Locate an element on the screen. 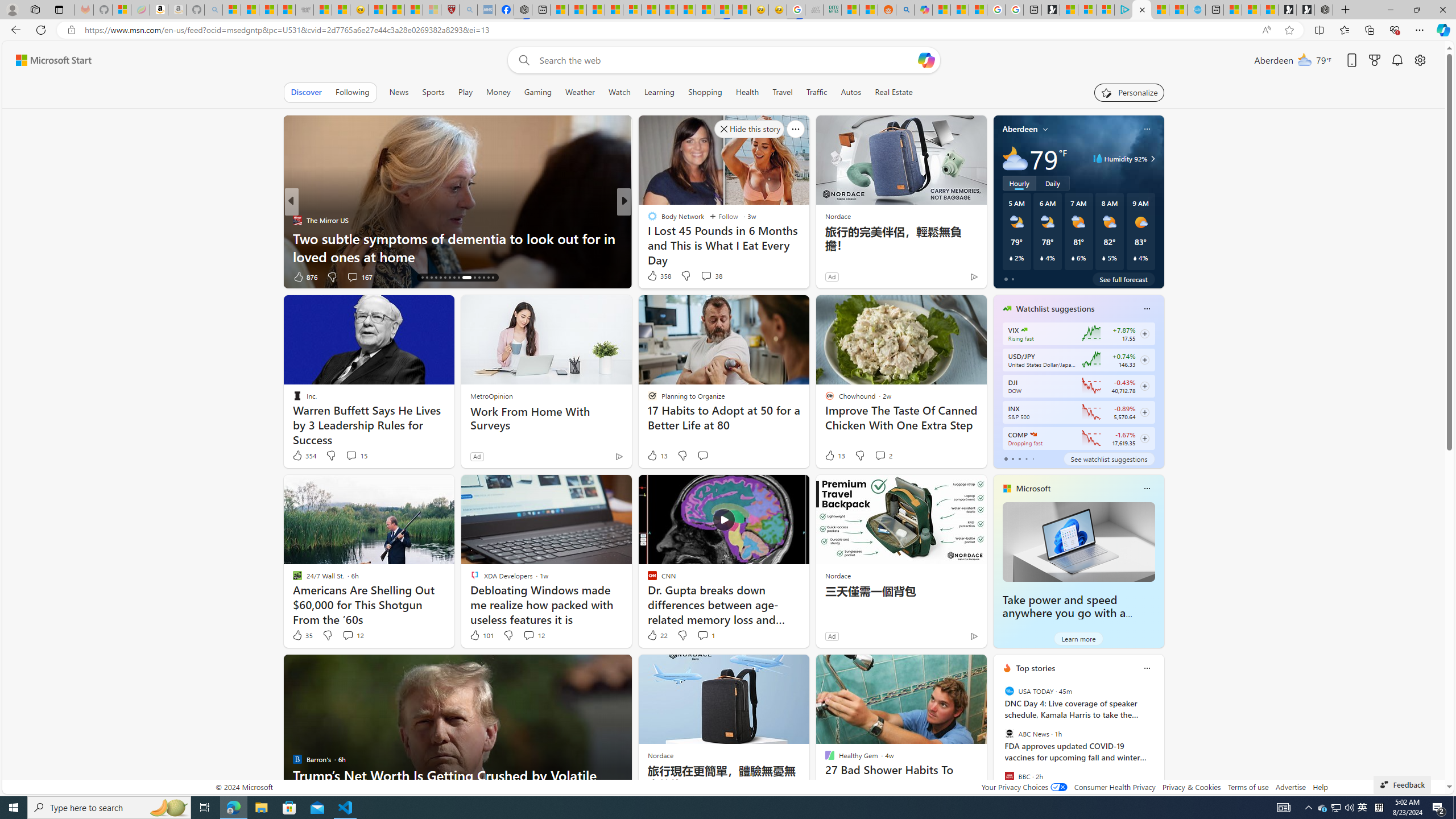  'Class: follow-button  m' is located at coordinates (1144, 438).